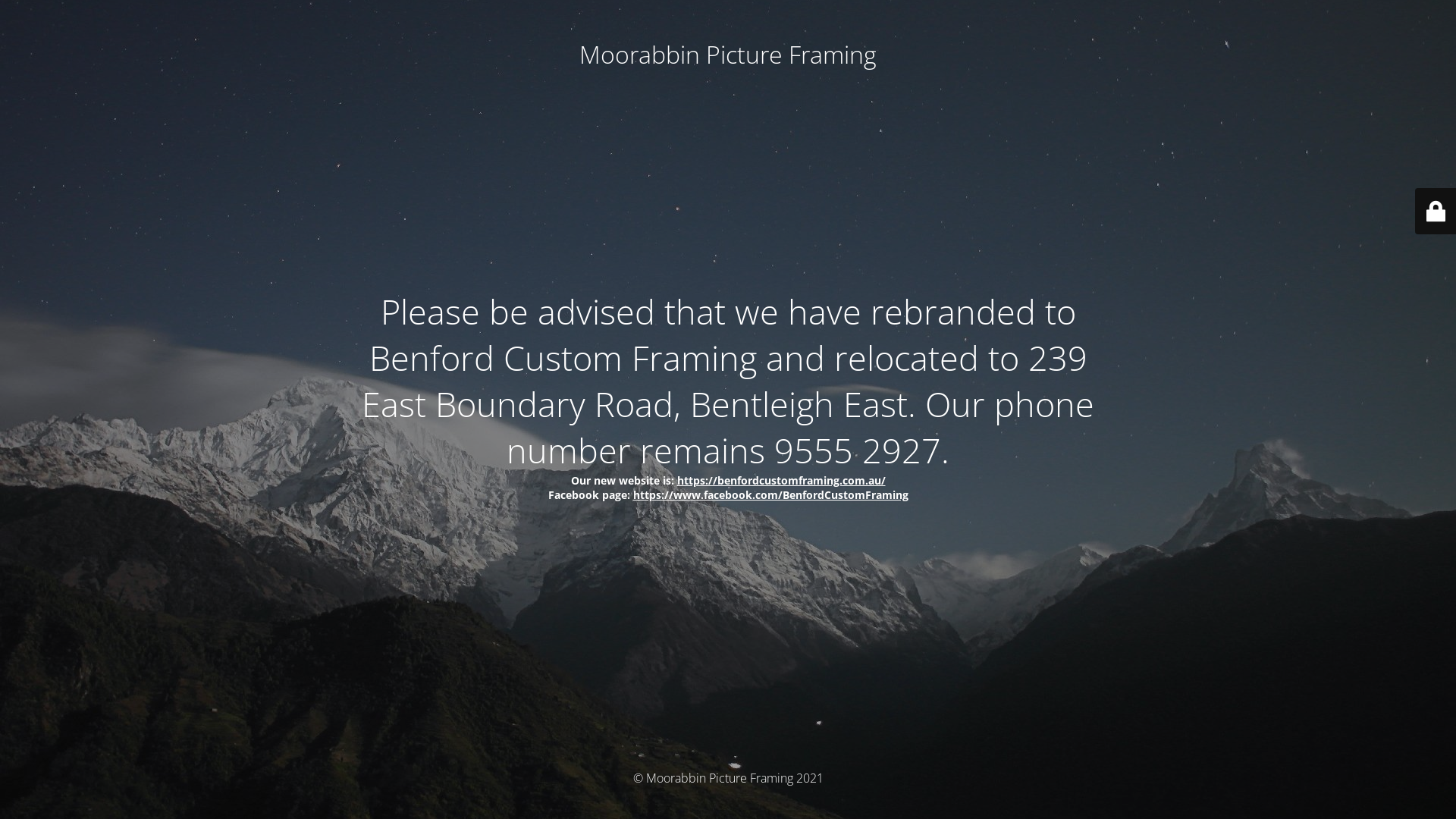 The height and width of the screenshot is (819, 1456). What do you see at coordinates (770, 494) in the screenshot?
I see `'https://www.facebook.com/BenfordCustomFraming'` at bounding box center [770, 494].